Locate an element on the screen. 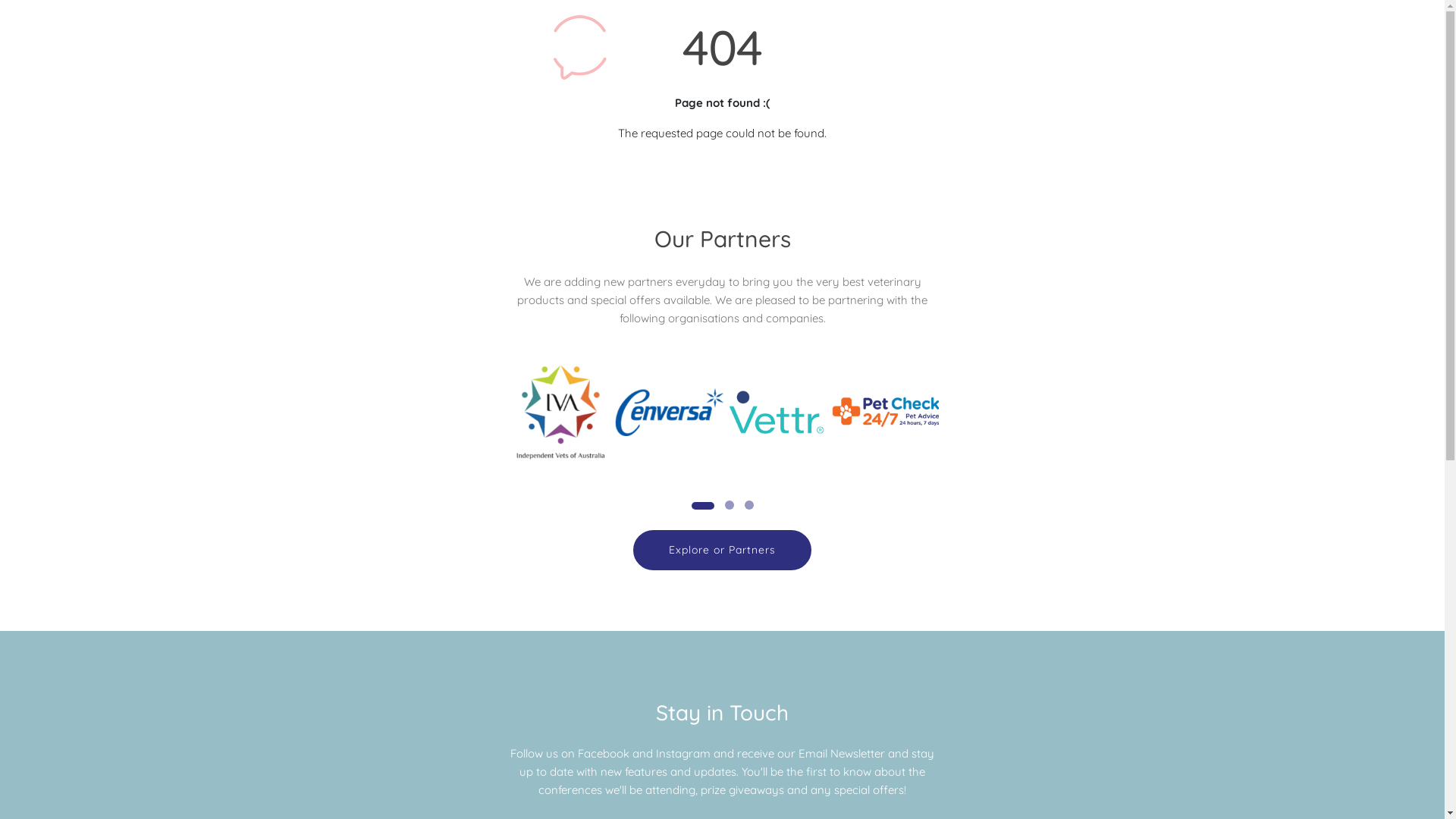 The width and height of the screenshot is (1456, 819). 'Explore or Partners' is located at coordinates (721, 550).